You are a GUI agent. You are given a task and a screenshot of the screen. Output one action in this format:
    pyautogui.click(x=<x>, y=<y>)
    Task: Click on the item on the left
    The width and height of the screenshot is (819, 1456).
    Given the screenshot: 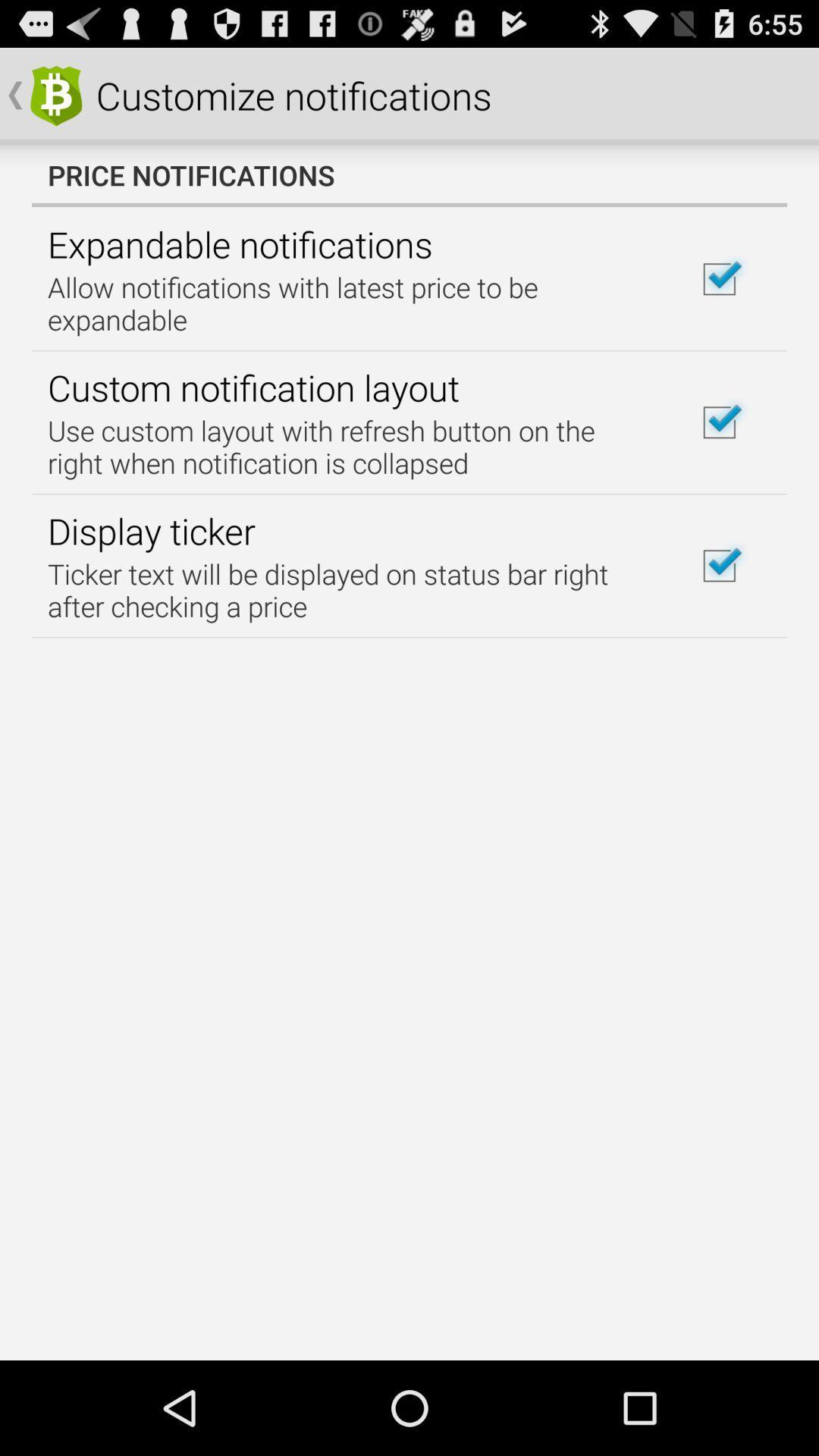 What is the action you would take?
    pyautogui.click(x=151, y=531)
    